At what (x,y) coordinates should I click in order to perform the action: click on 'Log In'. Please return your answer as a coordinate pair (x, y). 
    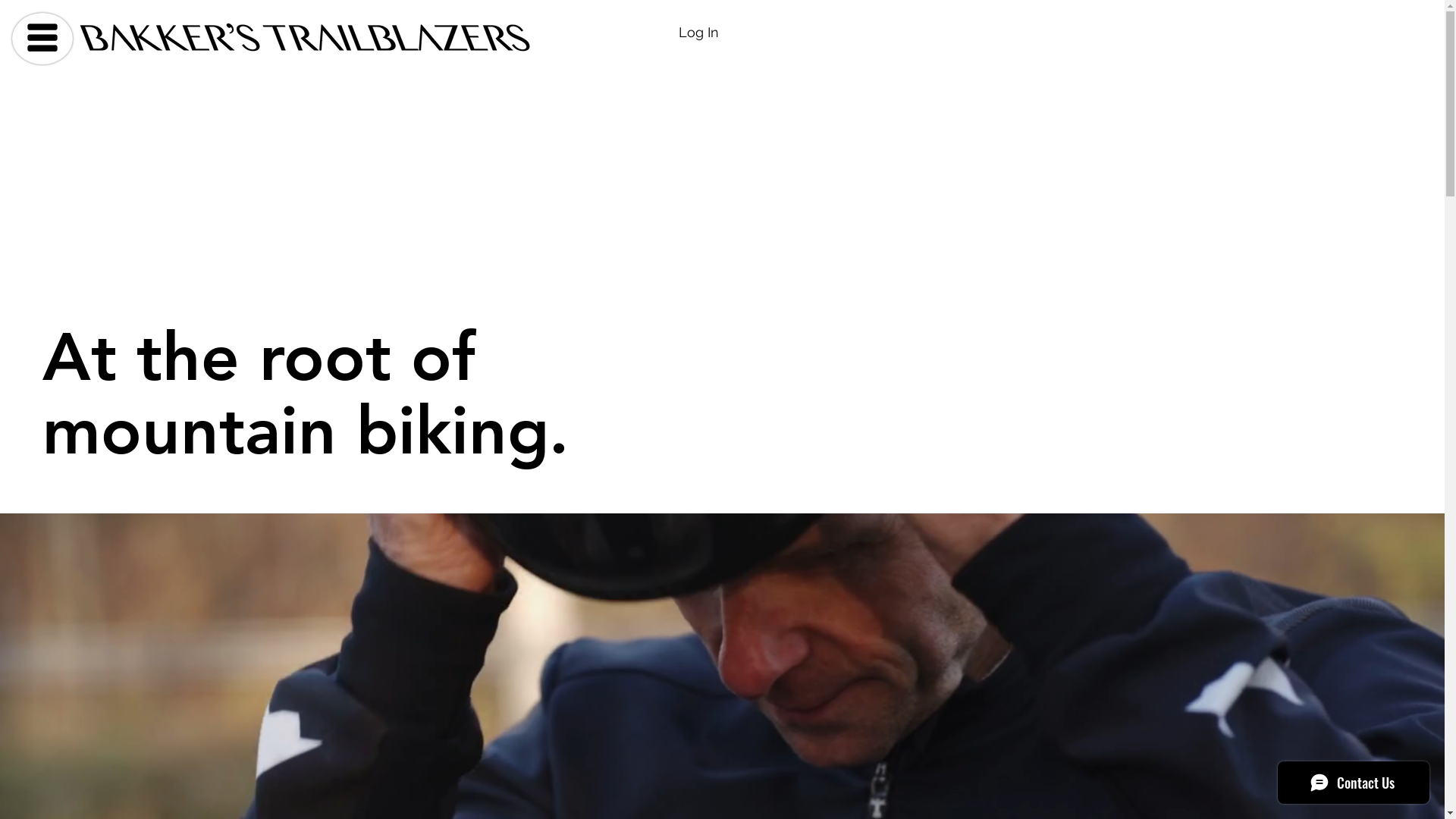
    Looking at the image, I should click on (698, 32).